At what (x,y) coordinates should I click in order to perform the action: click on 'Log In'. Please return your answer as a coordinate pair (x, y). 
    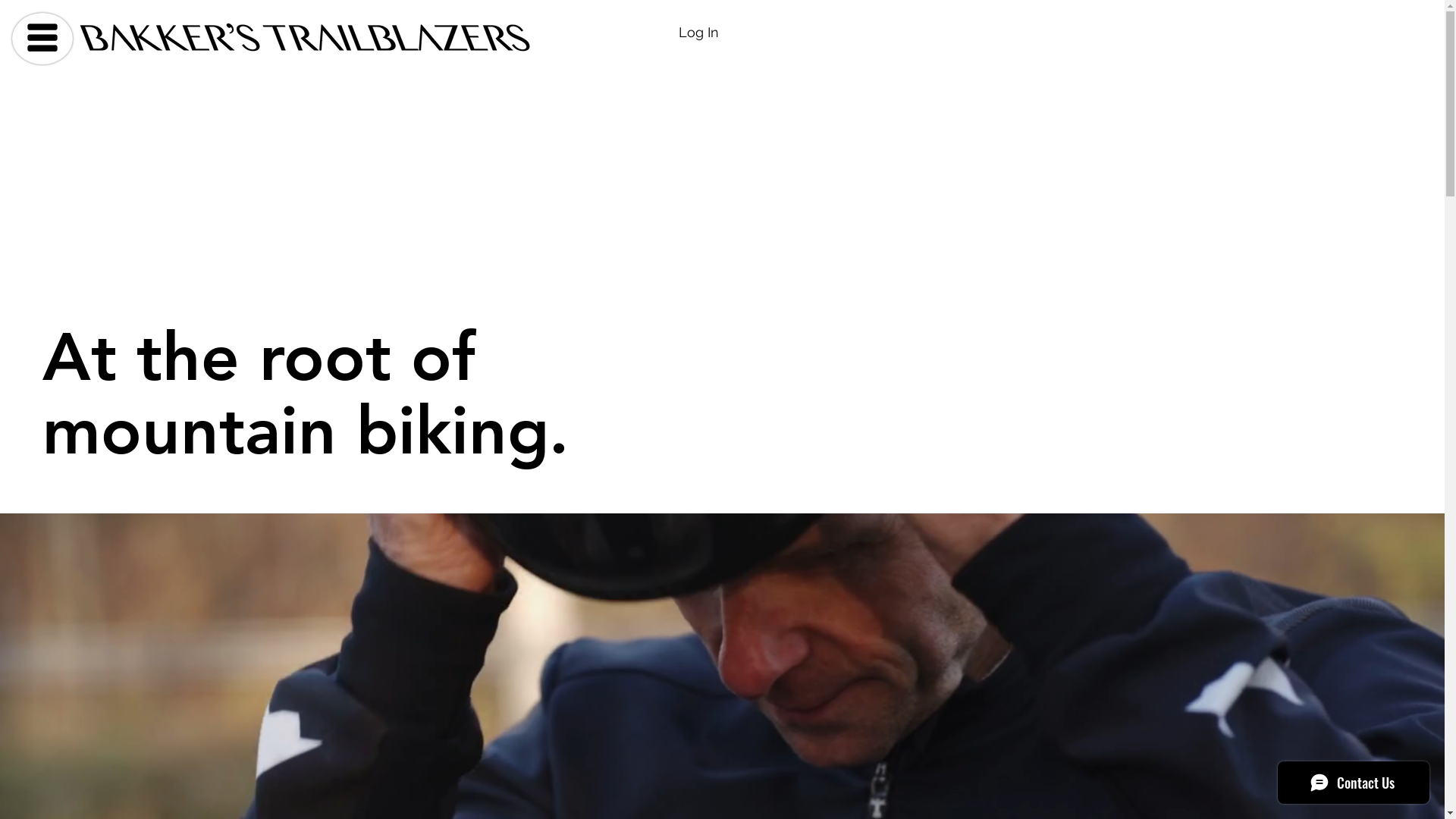
    Looking at the image, I should click on (698, 32).